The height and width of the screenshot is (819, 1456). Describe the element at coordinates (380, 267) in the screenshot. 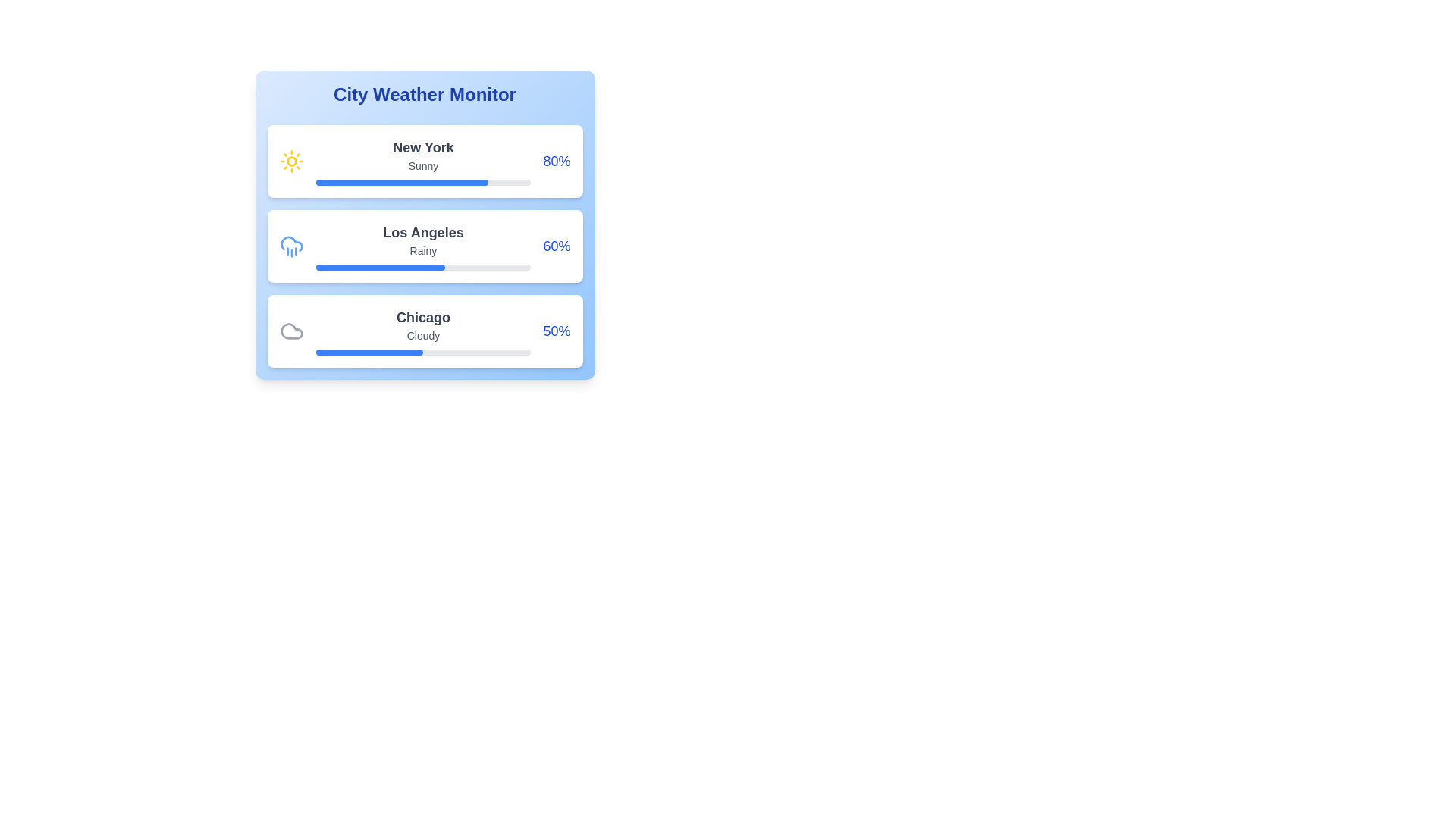

I see `the blue progress bar indicating 60% completion within the progress indicator UI component under the 'Los Angeles' section, which is the second item in the weather statuses list` at that location.